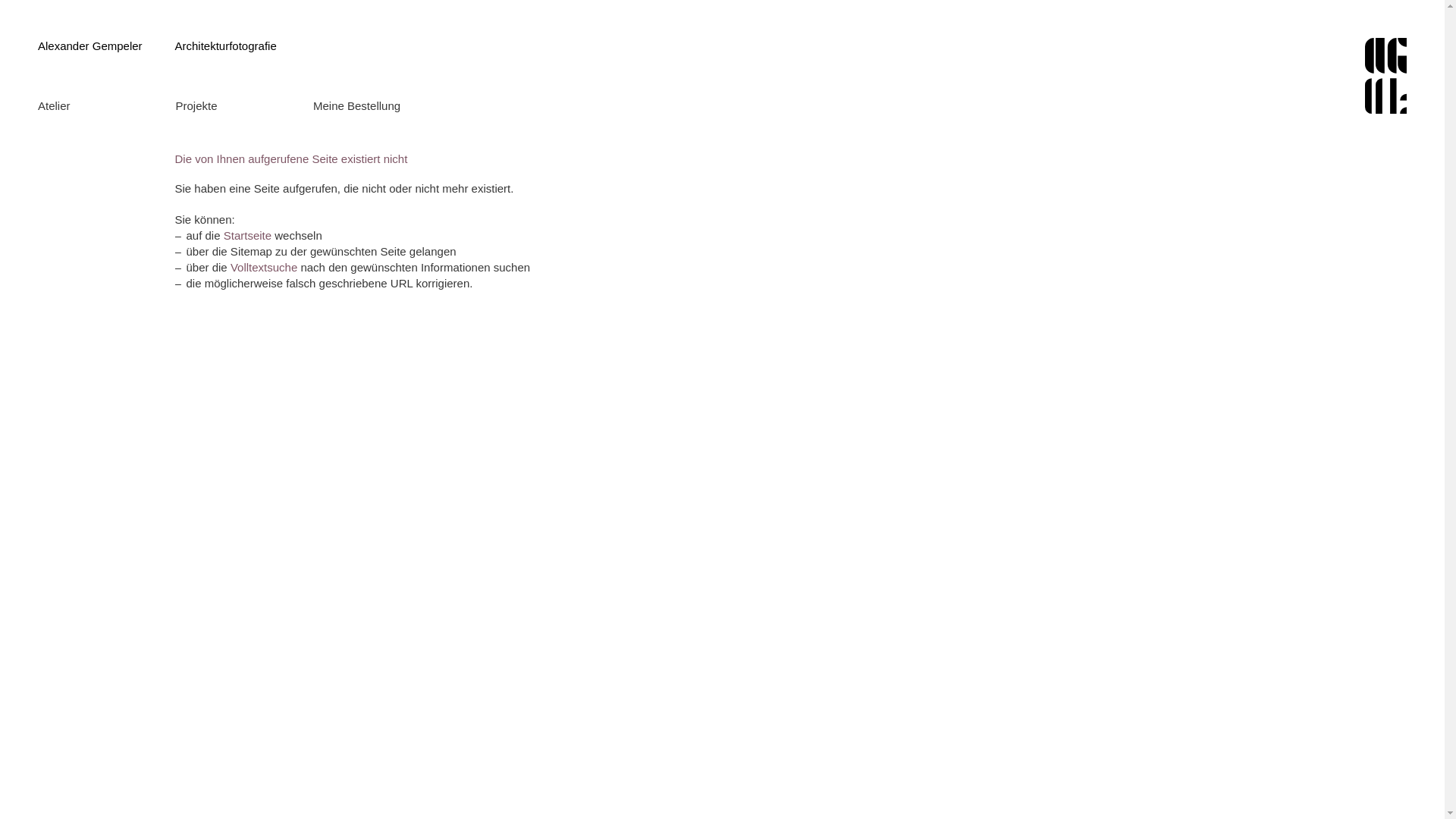 Image resolution: width=1456 pixels, height=819 pixels. I want to click on 'Meine Bestellung', so click(378, 105).